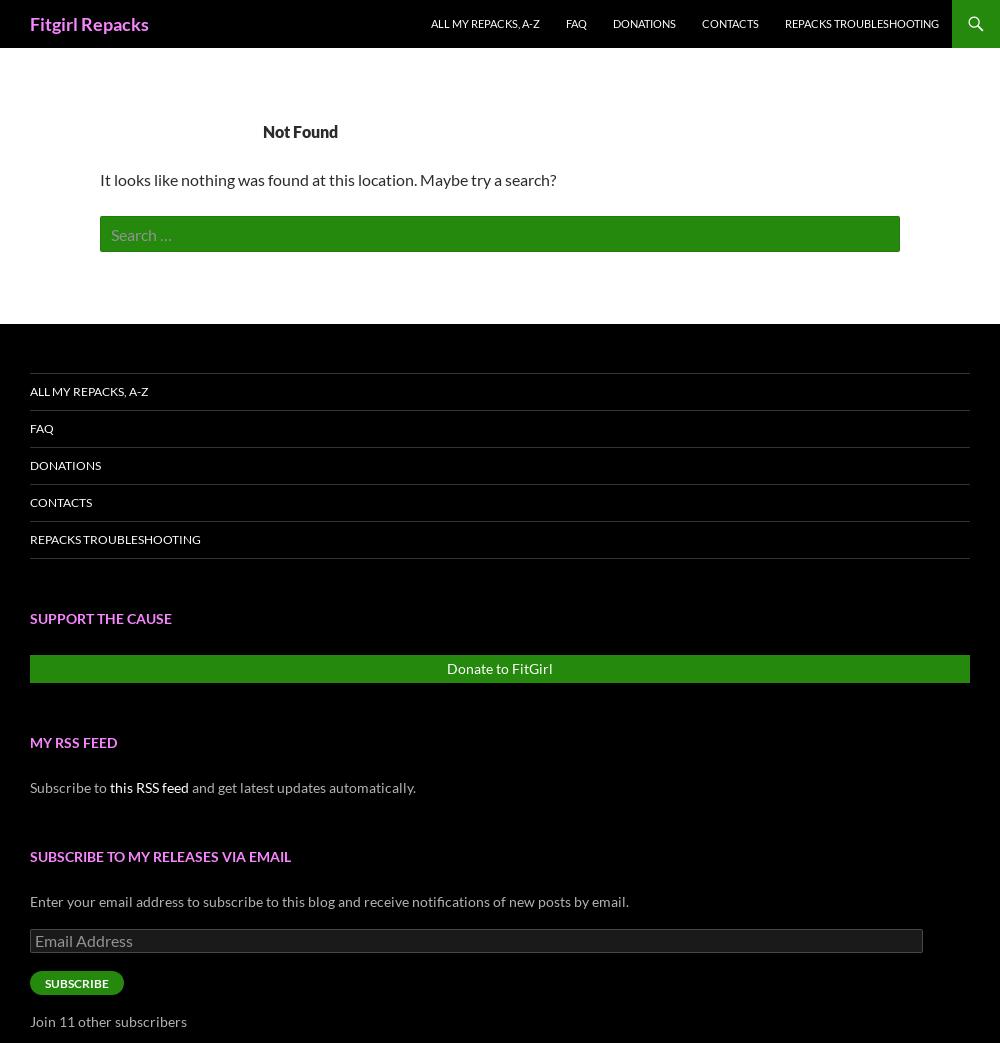  What do you see at coordinates (446, 667) in the screenshot?
I see `'Donate to FitGirl'` at bounding box center [446, 667].